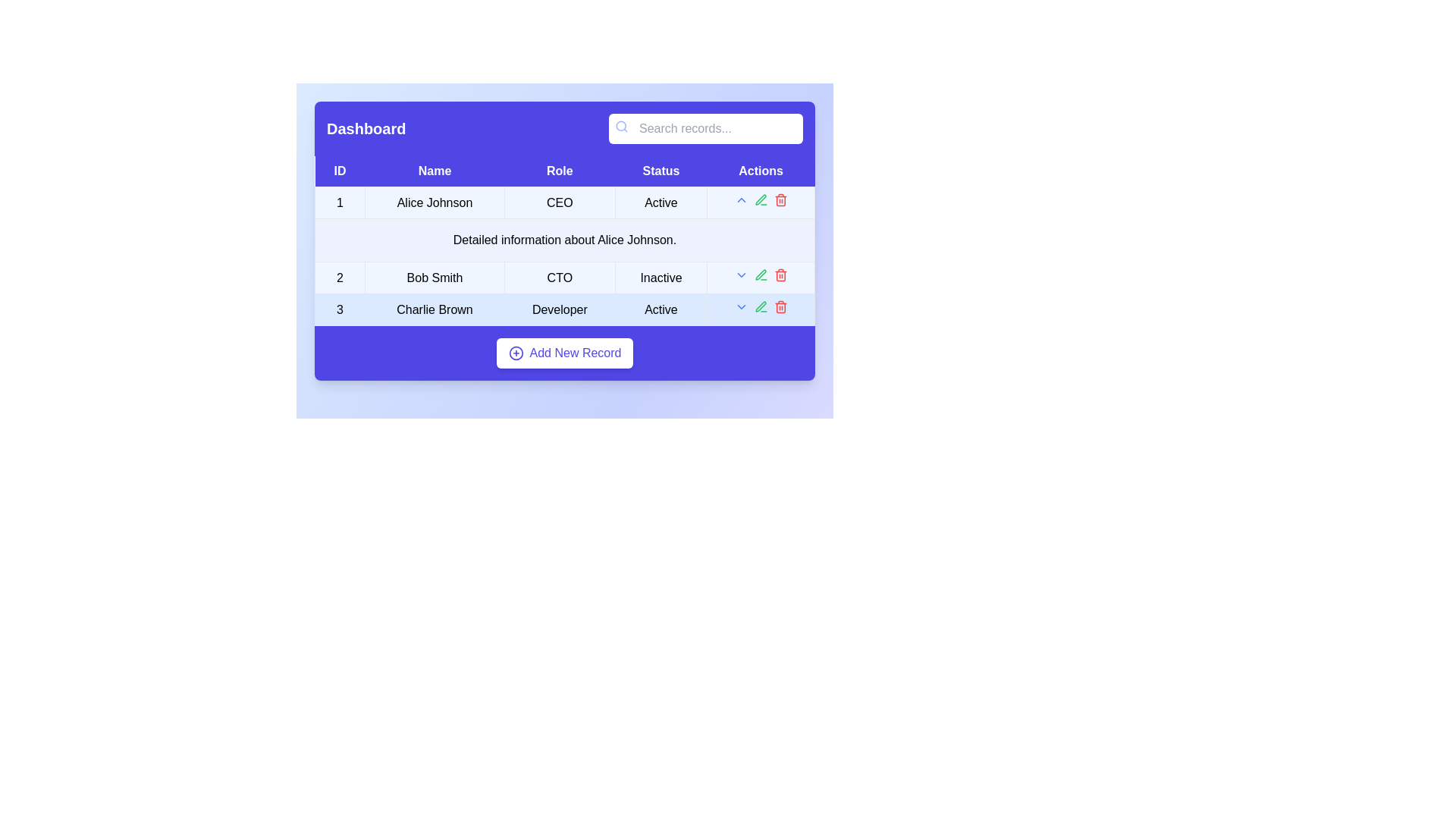  Describe the element at coordinates (366, 127) in the screenshot. I see `the bold title labeled 'Dashboard', which is styled with a large white font on a blue background, located at the top left of the header section` at that location.